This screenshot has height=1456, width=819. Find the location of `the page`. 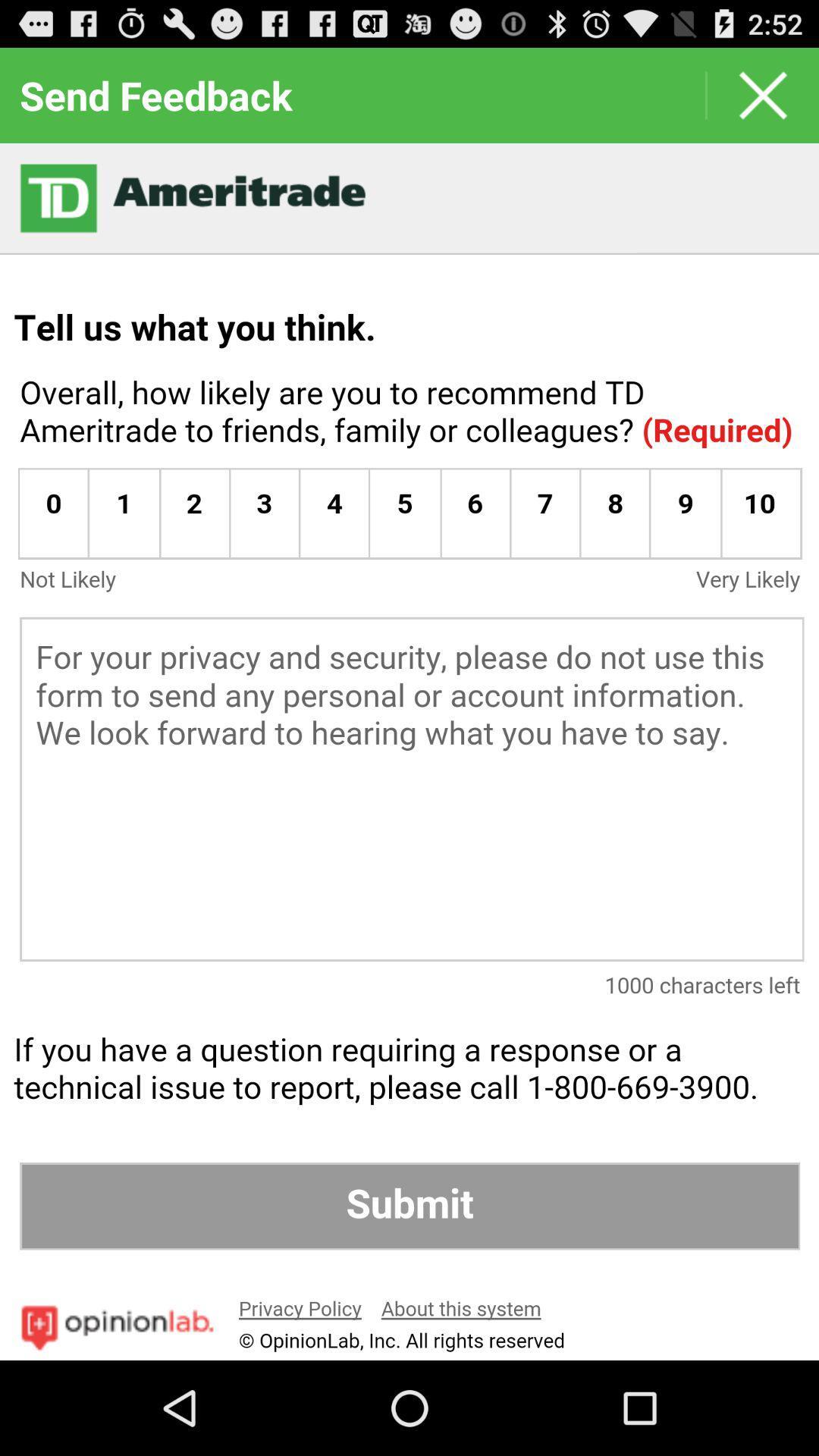

the page is located at coordinates (763, 94).